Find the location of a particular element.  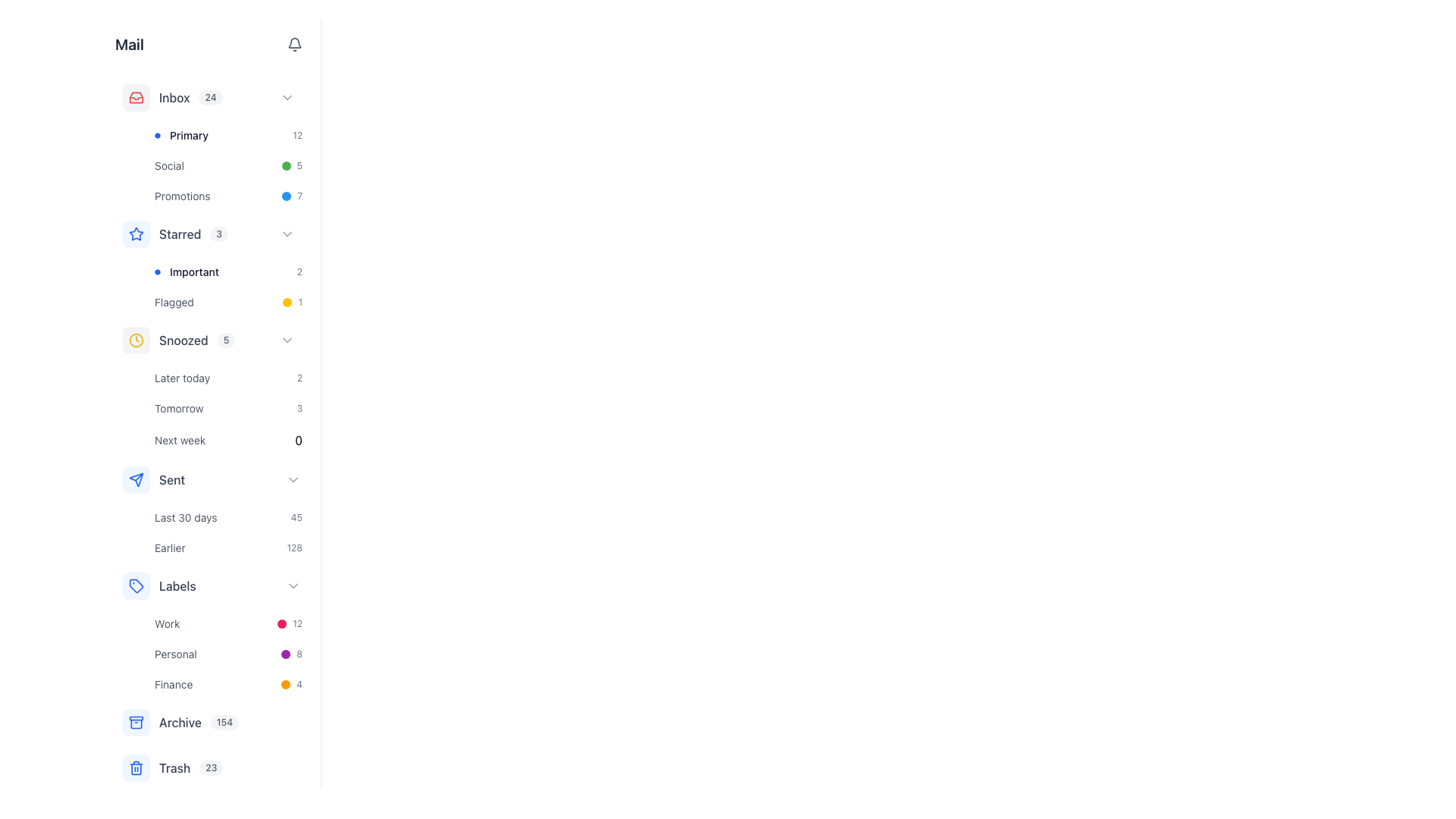

the 'Starred' category is located at coordinates (175, 234).